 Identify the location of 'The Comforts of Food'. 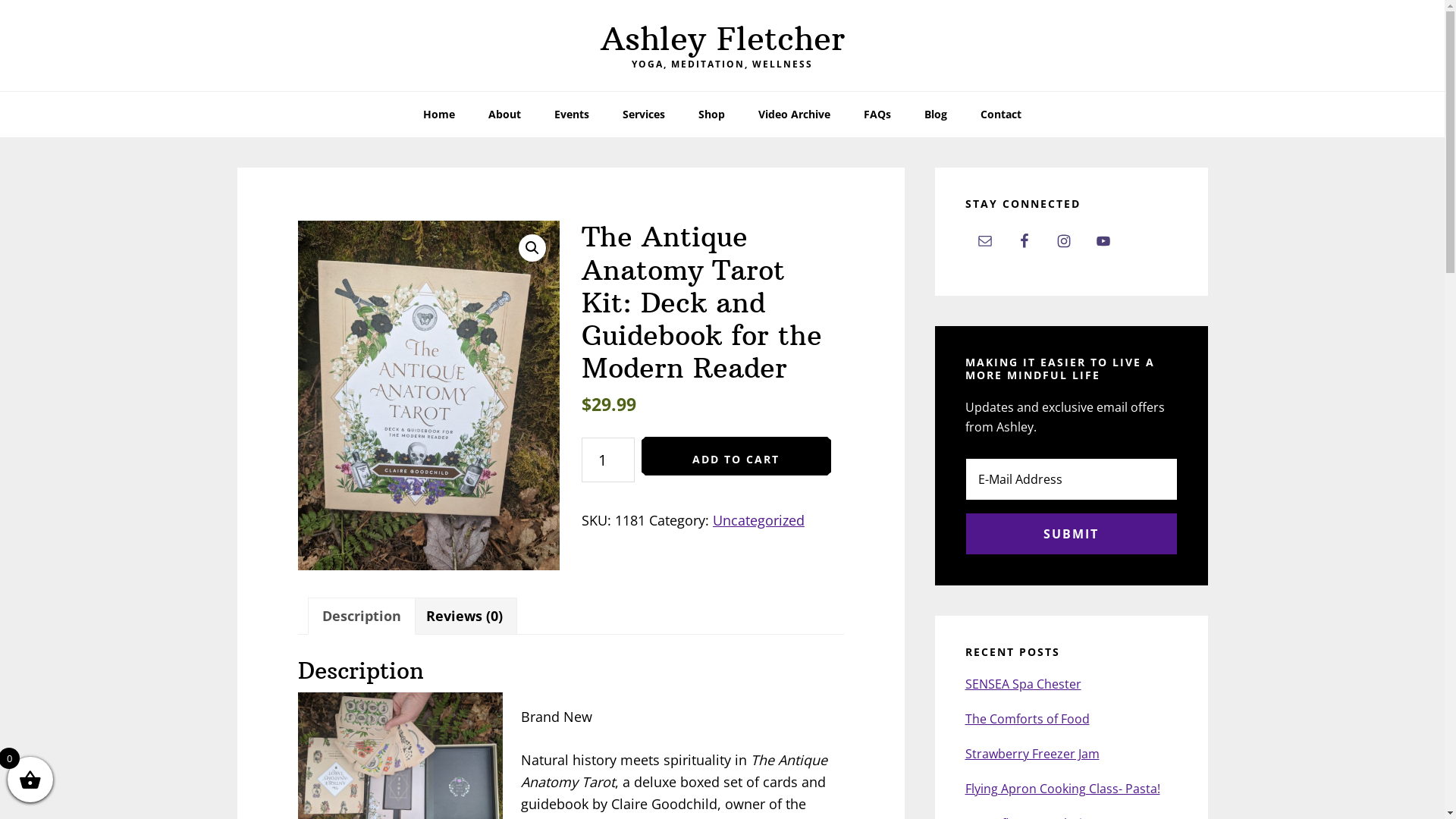
(1026, 718).